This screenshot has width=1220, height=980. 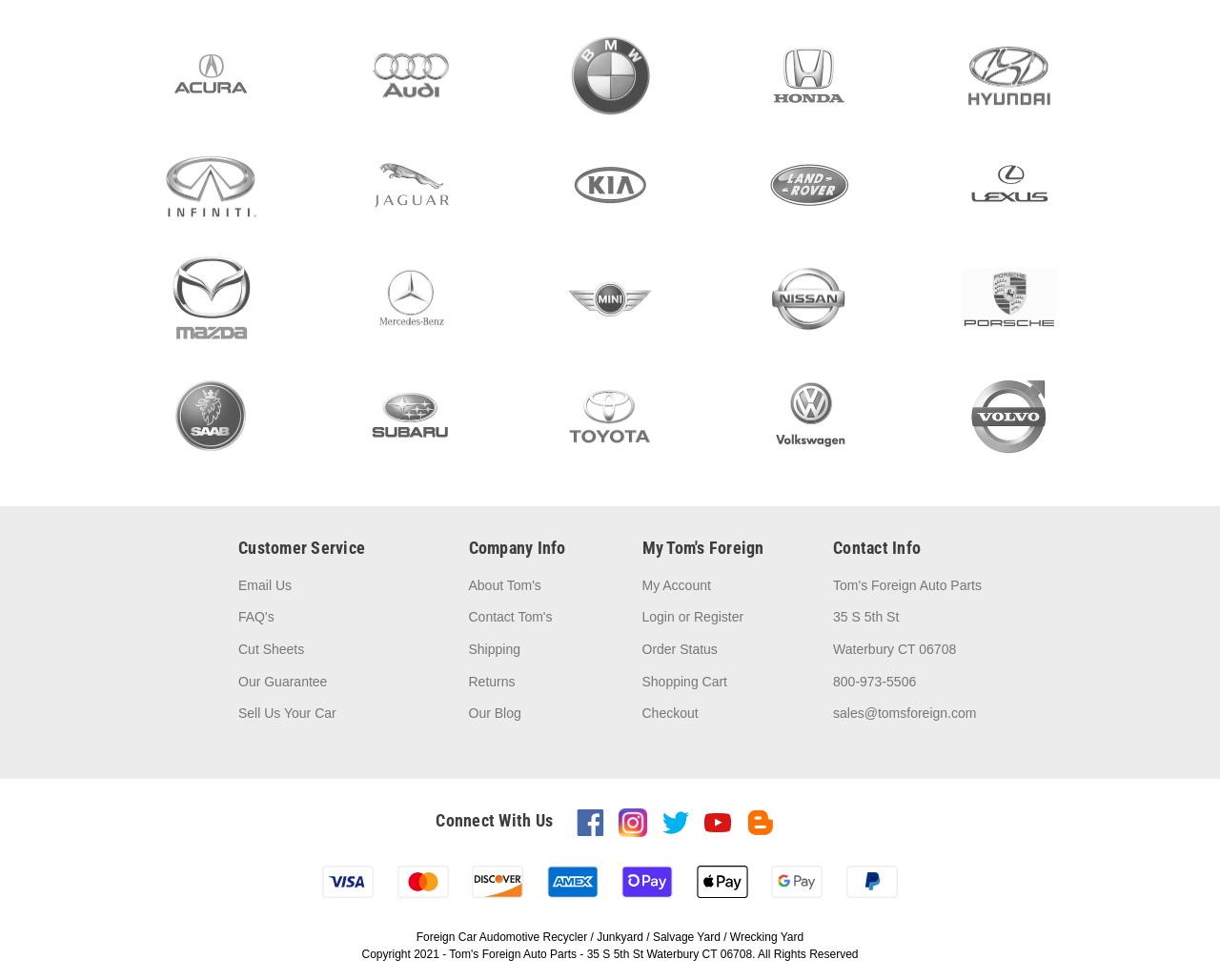 What do you see at coordinates (270, 649) in the screenshot?
I see `'Cut Sheets'` at bounding box center [270, 649].